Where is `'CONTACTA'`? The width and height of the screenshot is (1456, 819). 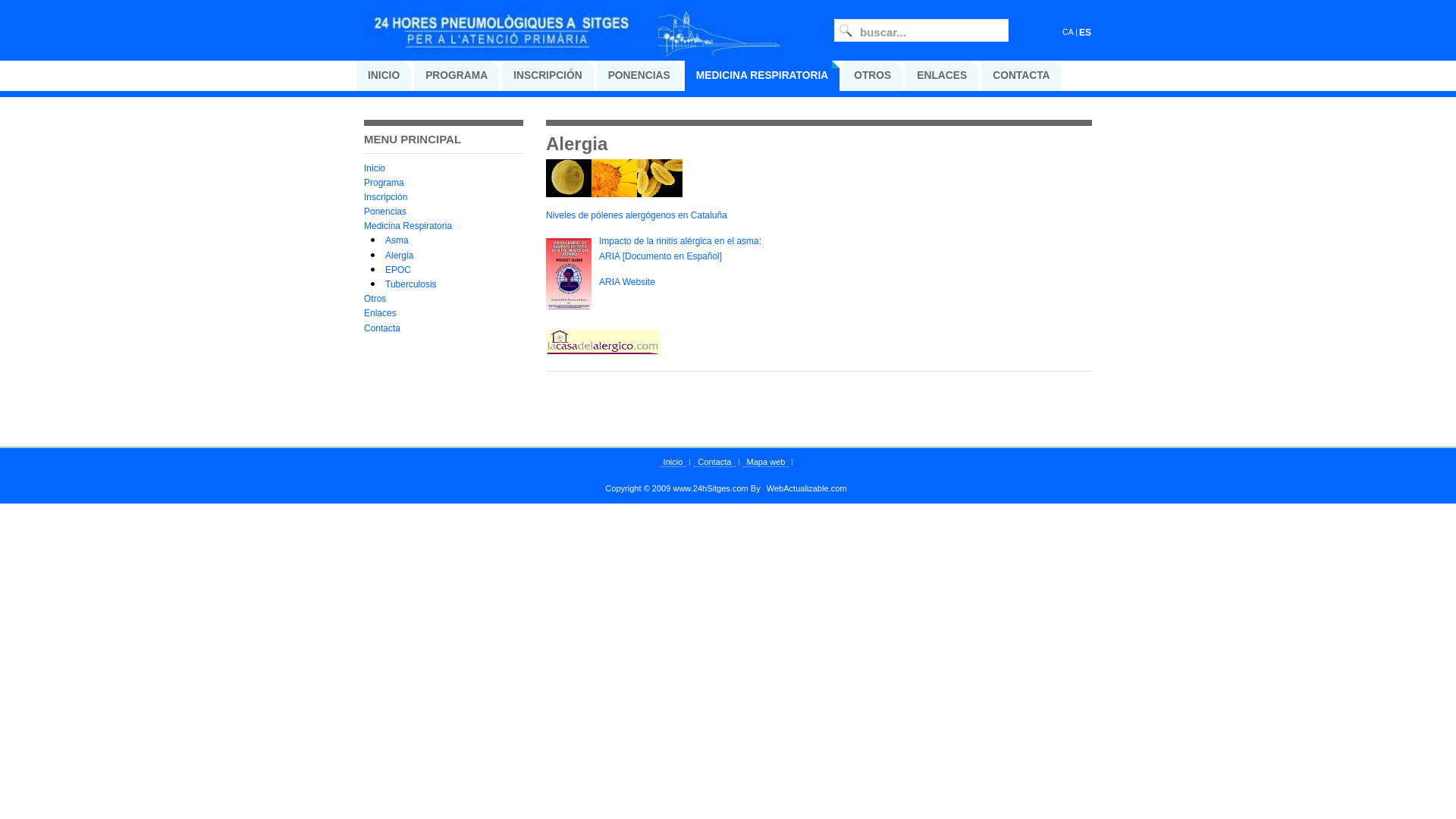
'CONTACTA' is located at coordinates (981, 76).